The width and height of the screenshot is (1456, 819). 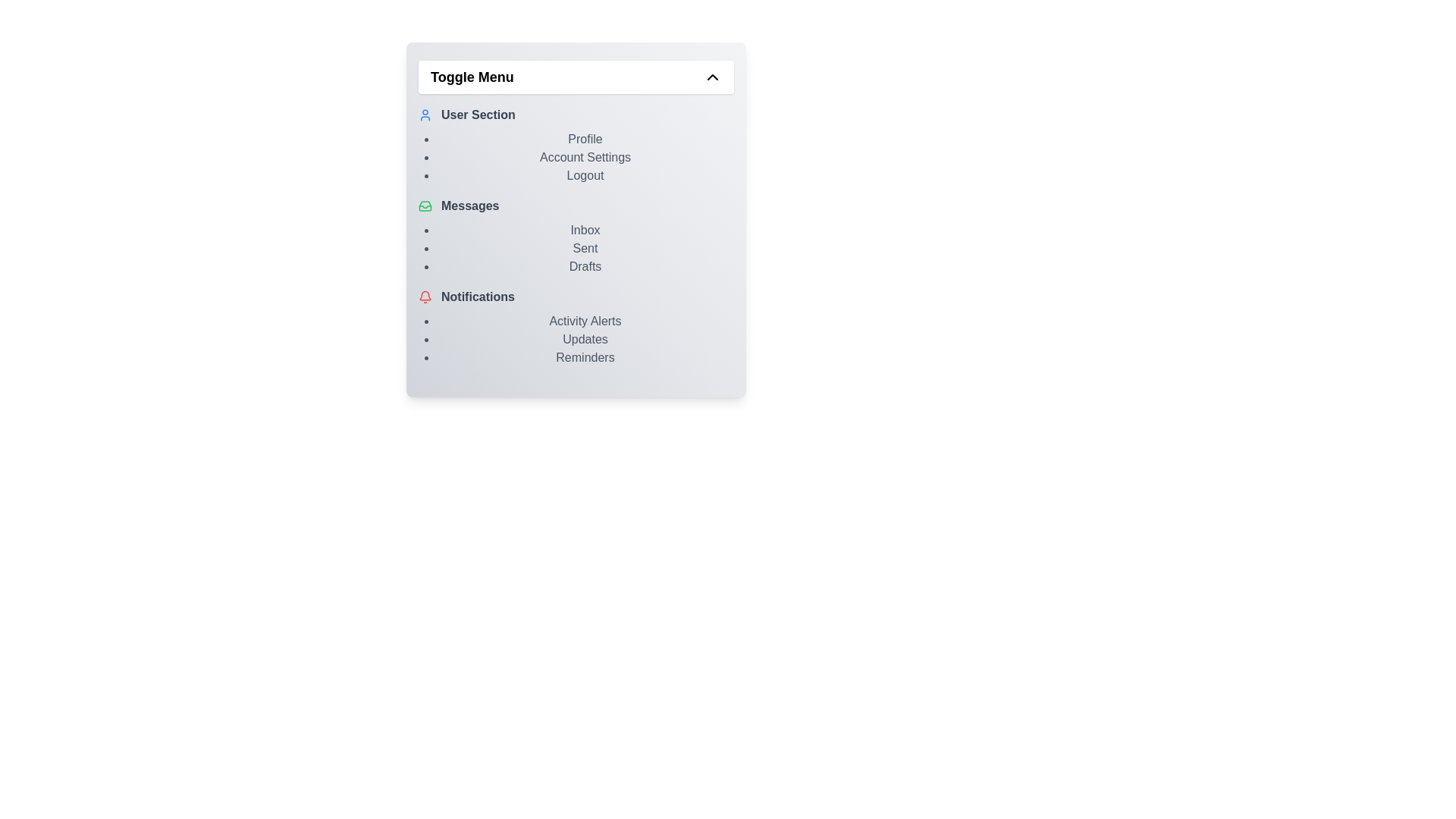 I want to click on the icon next to the section title User Section, so click(x=425, y=114).